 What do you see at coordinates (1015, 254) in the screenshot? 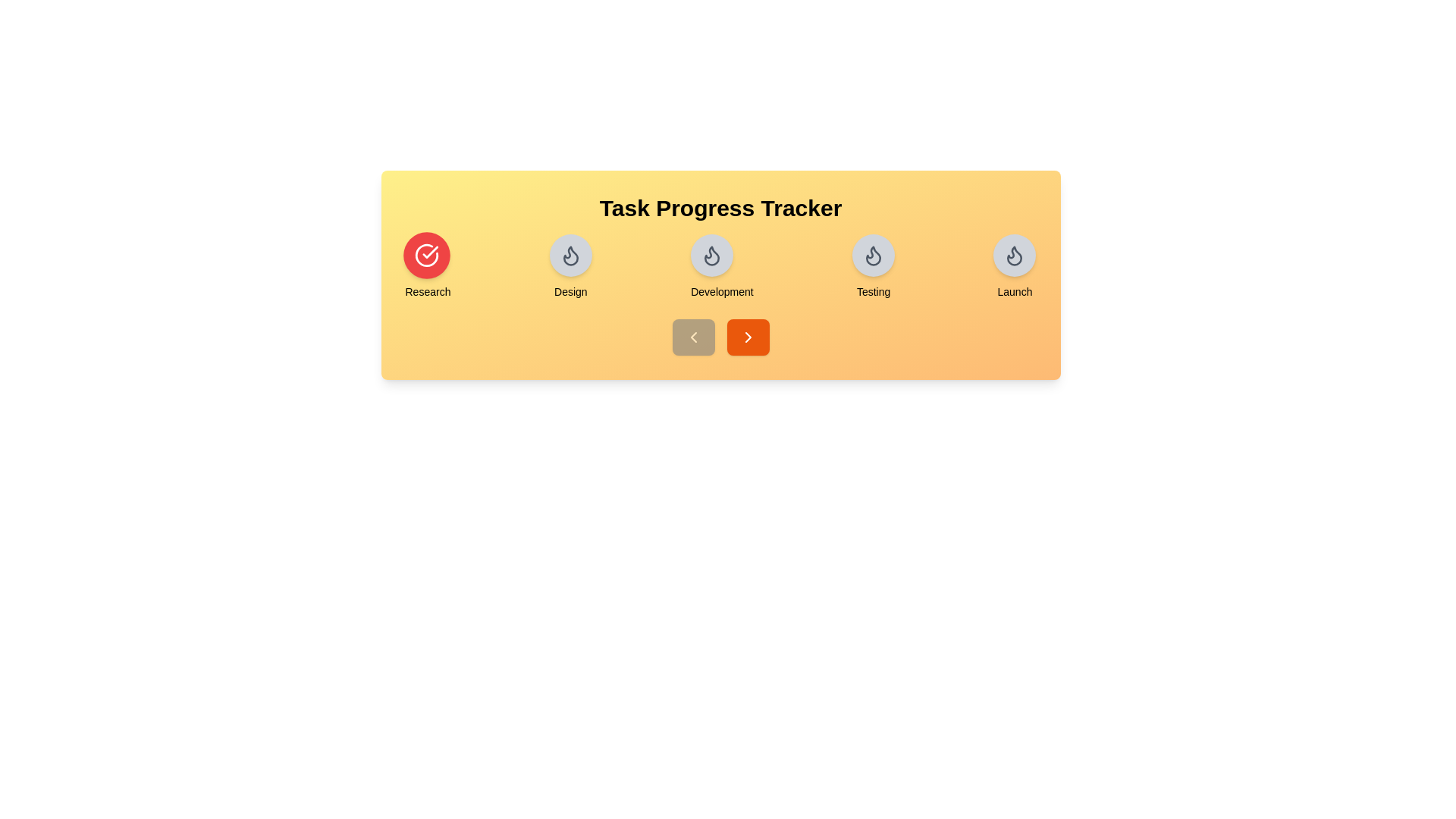
I see `the flame icon located under the 'Launch' label, which is the rightmost icon in a row of circular icons` at bounding box center [1015, 254].